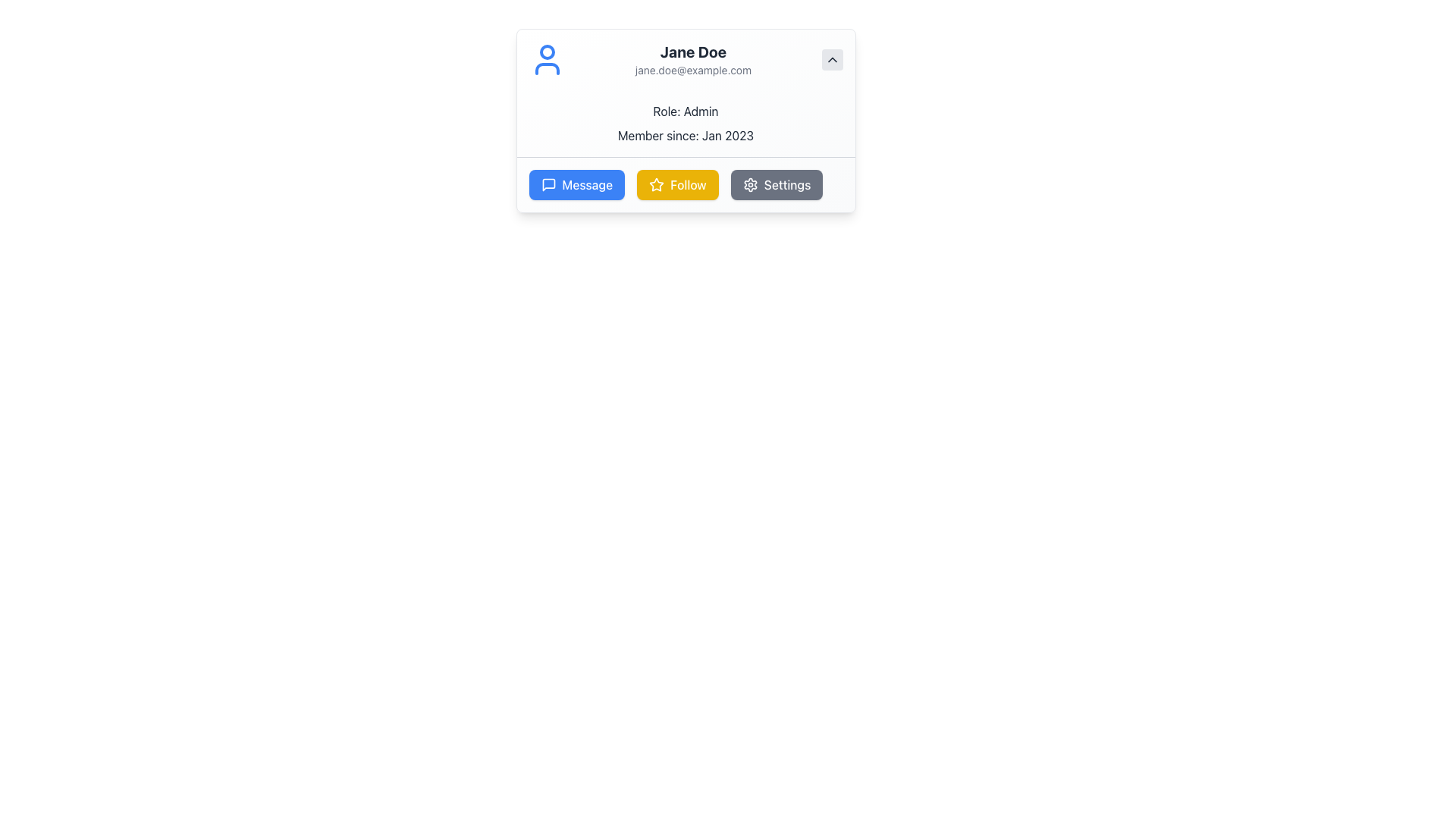 This screenshot has width=1456, height=819. What do you see at coordinates (685, 122) in the screenshot?
I see `the text display that shows the user's role and membership date, located centrally below the user's name and email within the profile card` at bounding box center [685, 122].